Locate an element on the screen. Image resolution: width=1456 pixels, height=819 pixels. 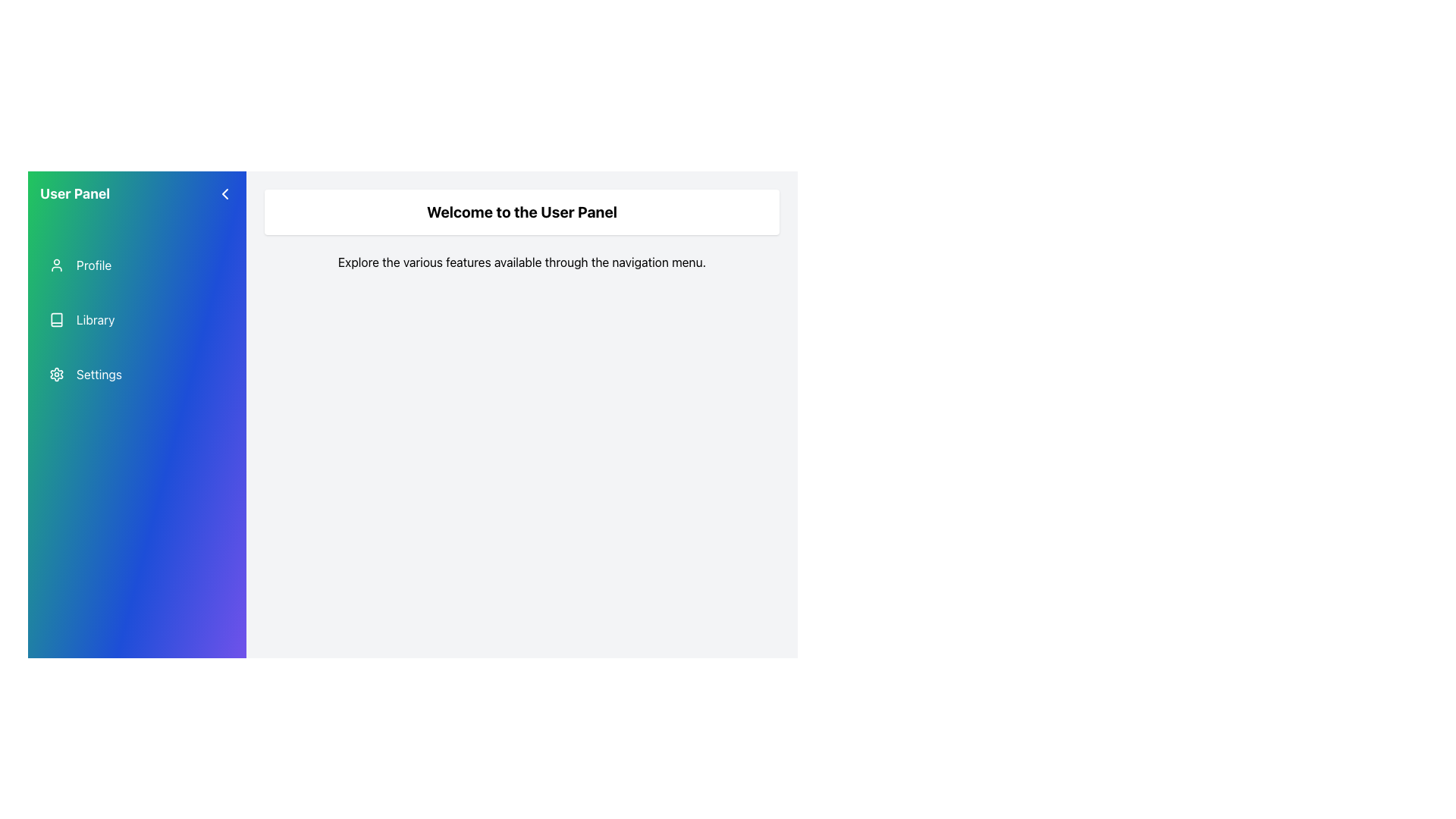
the 'Library' graphical icon in the user panel navigation menu is located at coordinates (57, 318).